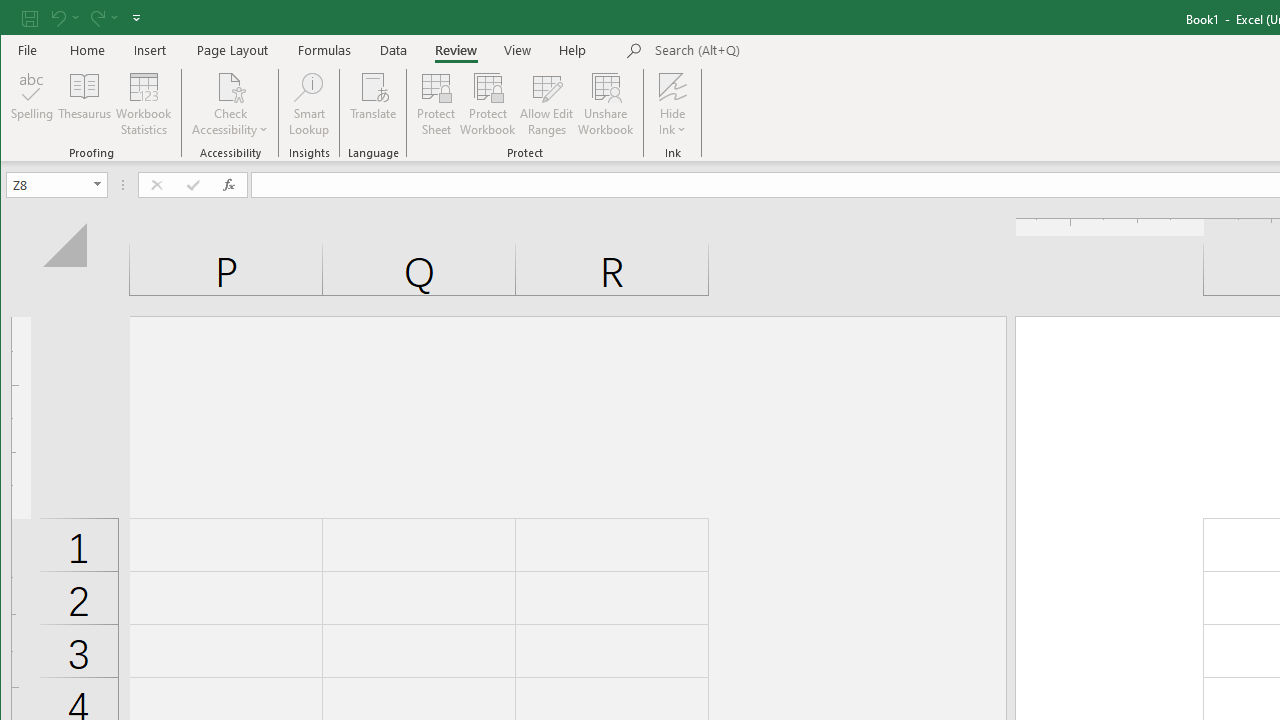 The image size is (1280, 720). What do you see at coordinates (102, 17) in the screenshot?
I see `'Redo'` at bounding box center [102, 17].